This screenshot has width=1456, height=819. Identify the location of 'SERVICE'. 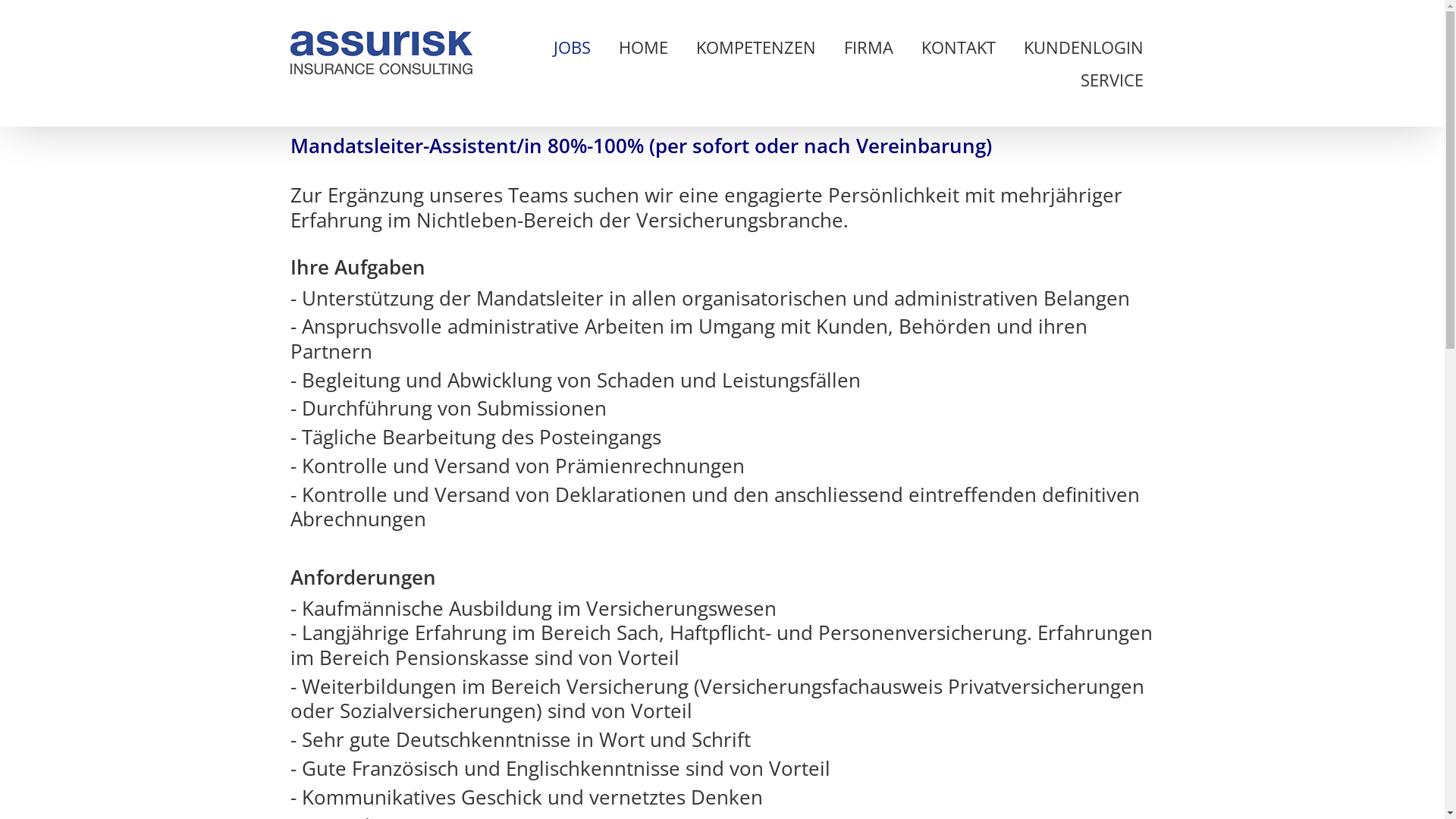
(1112, 80).